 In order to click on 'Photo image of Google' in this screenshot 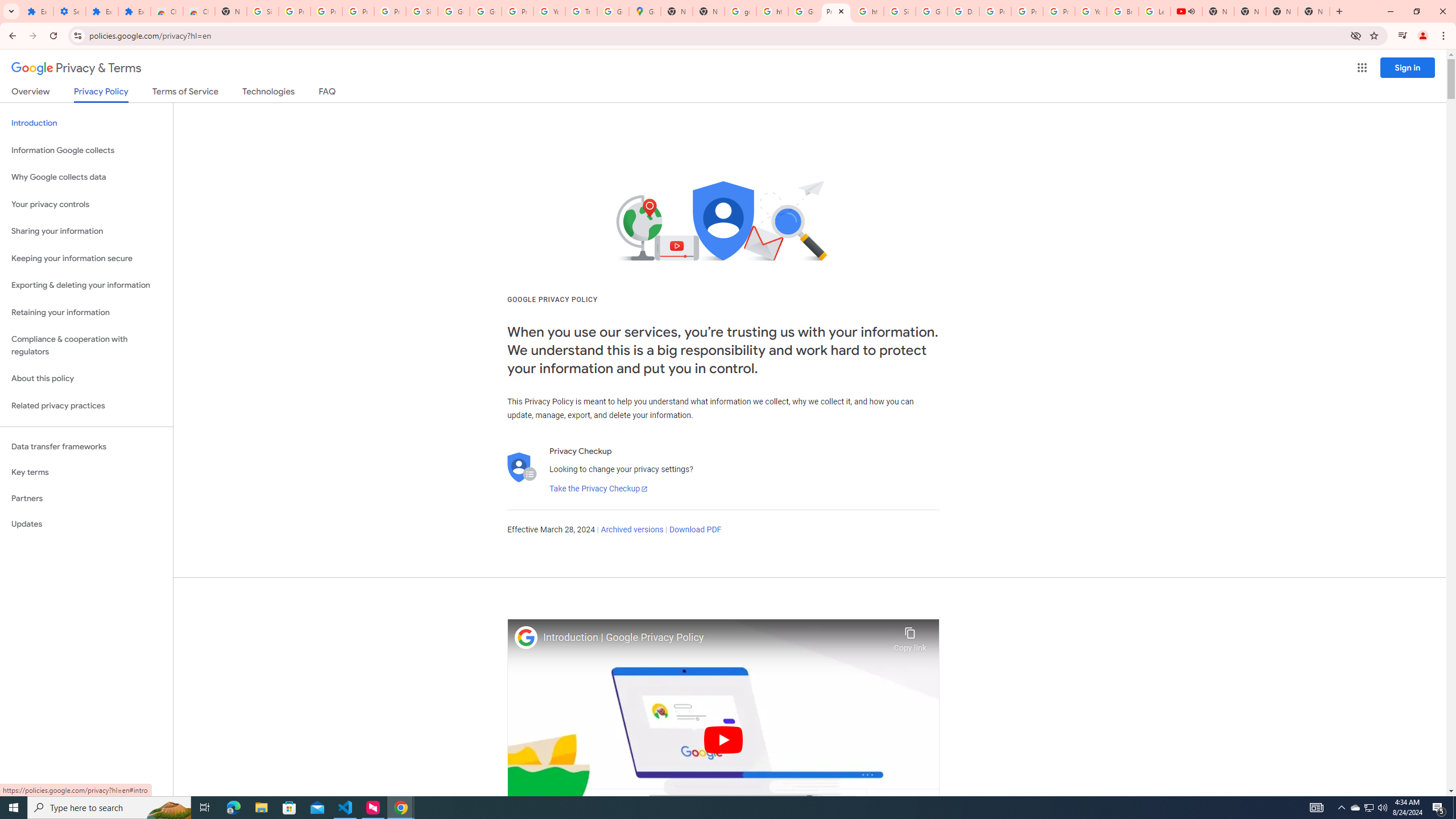, I will do `click(526, 636)`.